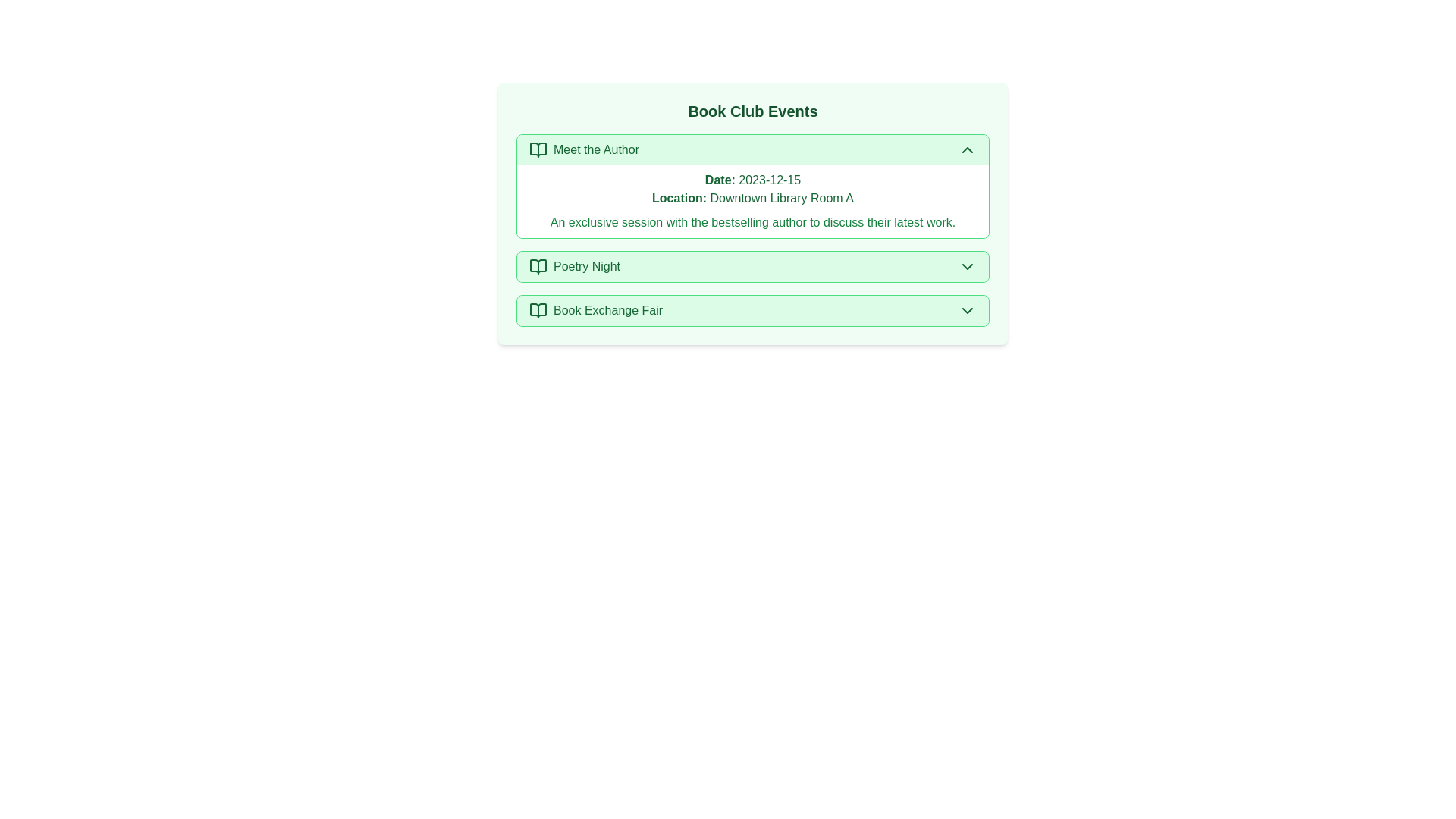 This screenshot has height=819, width=1456. Describe the element at coordinates (753, 309) in the screenshot. I see `'Book Exchange Fair' button located at the bottom of the 'Book Club Events' list by using developer tools` at that location.